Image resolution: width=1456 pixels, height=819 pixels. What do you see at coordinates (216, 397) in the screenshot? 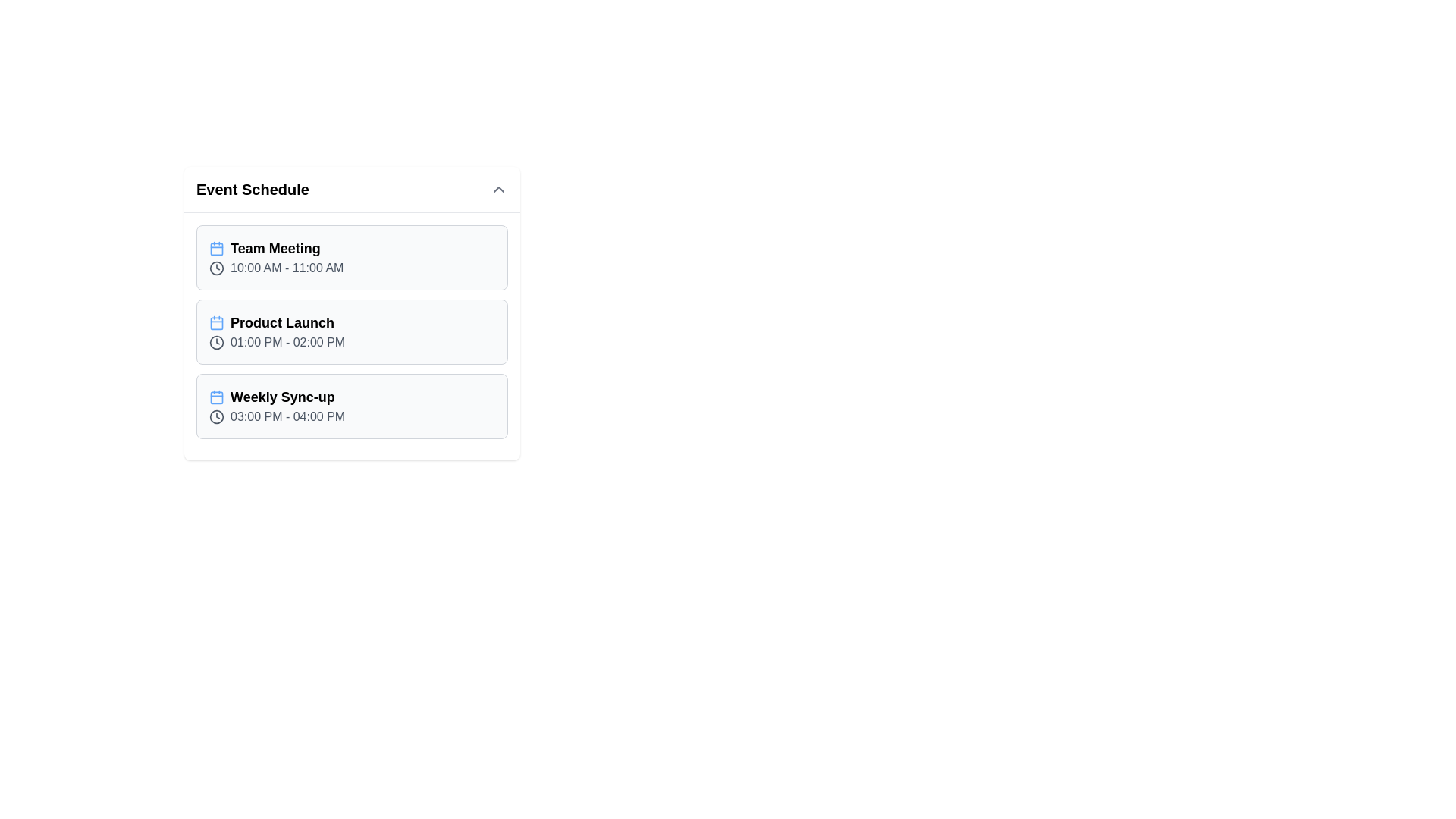
I see `the calendar icon located to the left of the text 'Weekly Sync-up' in the third list item of the 'Event Schedule' section` at bounding box center [216, 397].